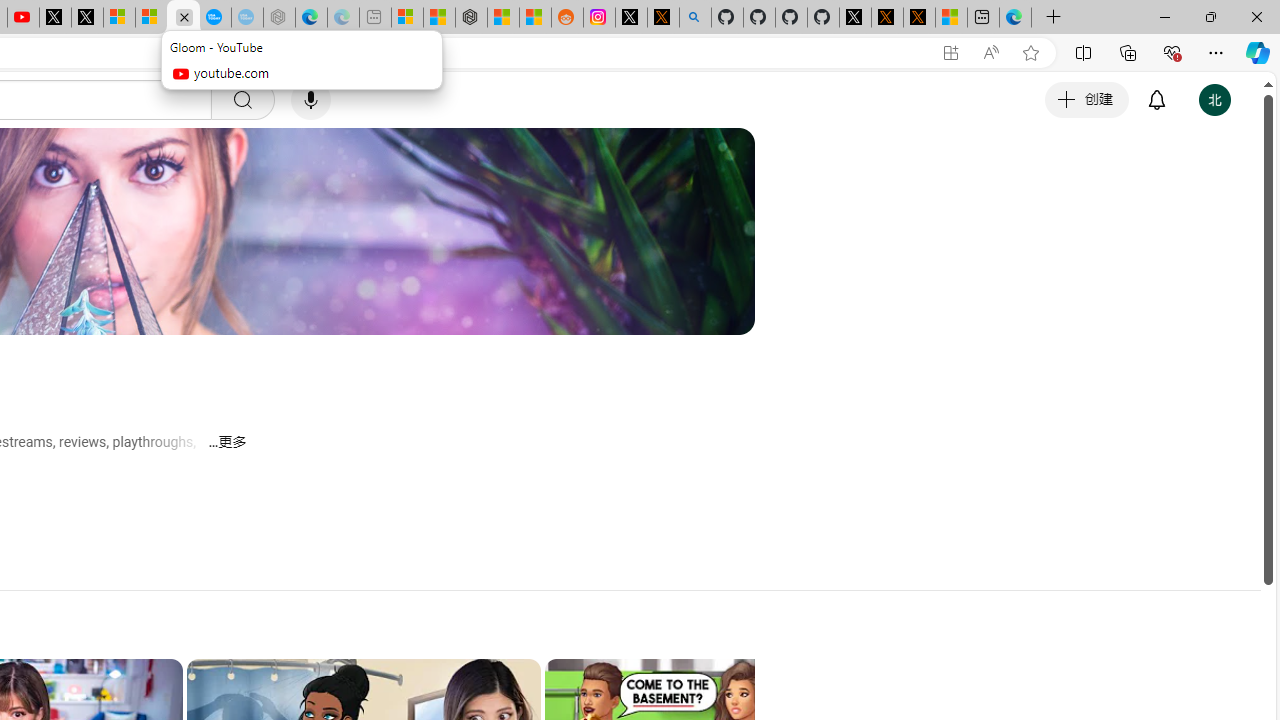 The height and width of the screenshot is (720, 1280). I want to click on 'New Tab', so click(1052, 17).